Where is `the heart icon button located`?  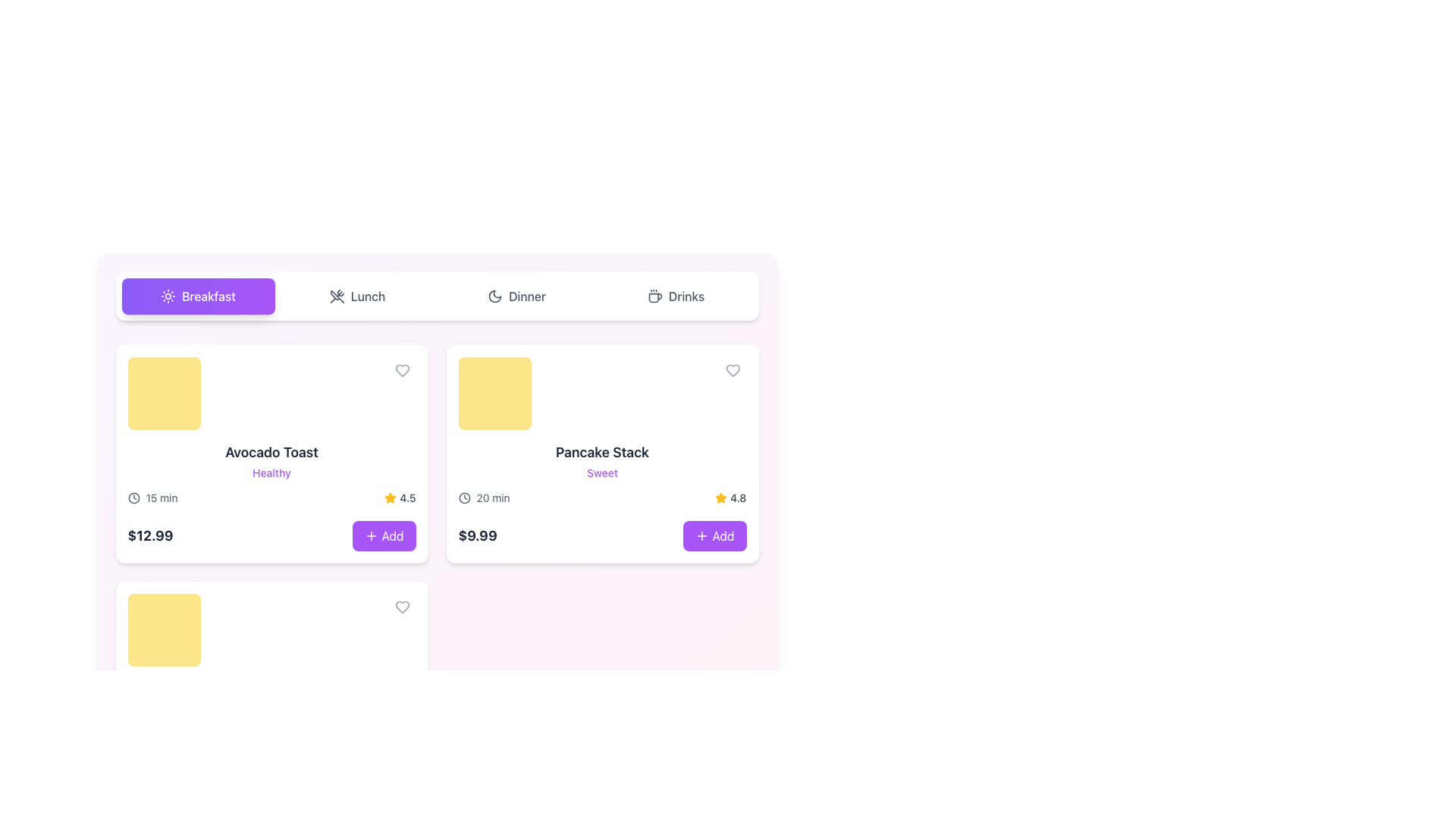 the heart icon button located is located at coordinates (402, 607).